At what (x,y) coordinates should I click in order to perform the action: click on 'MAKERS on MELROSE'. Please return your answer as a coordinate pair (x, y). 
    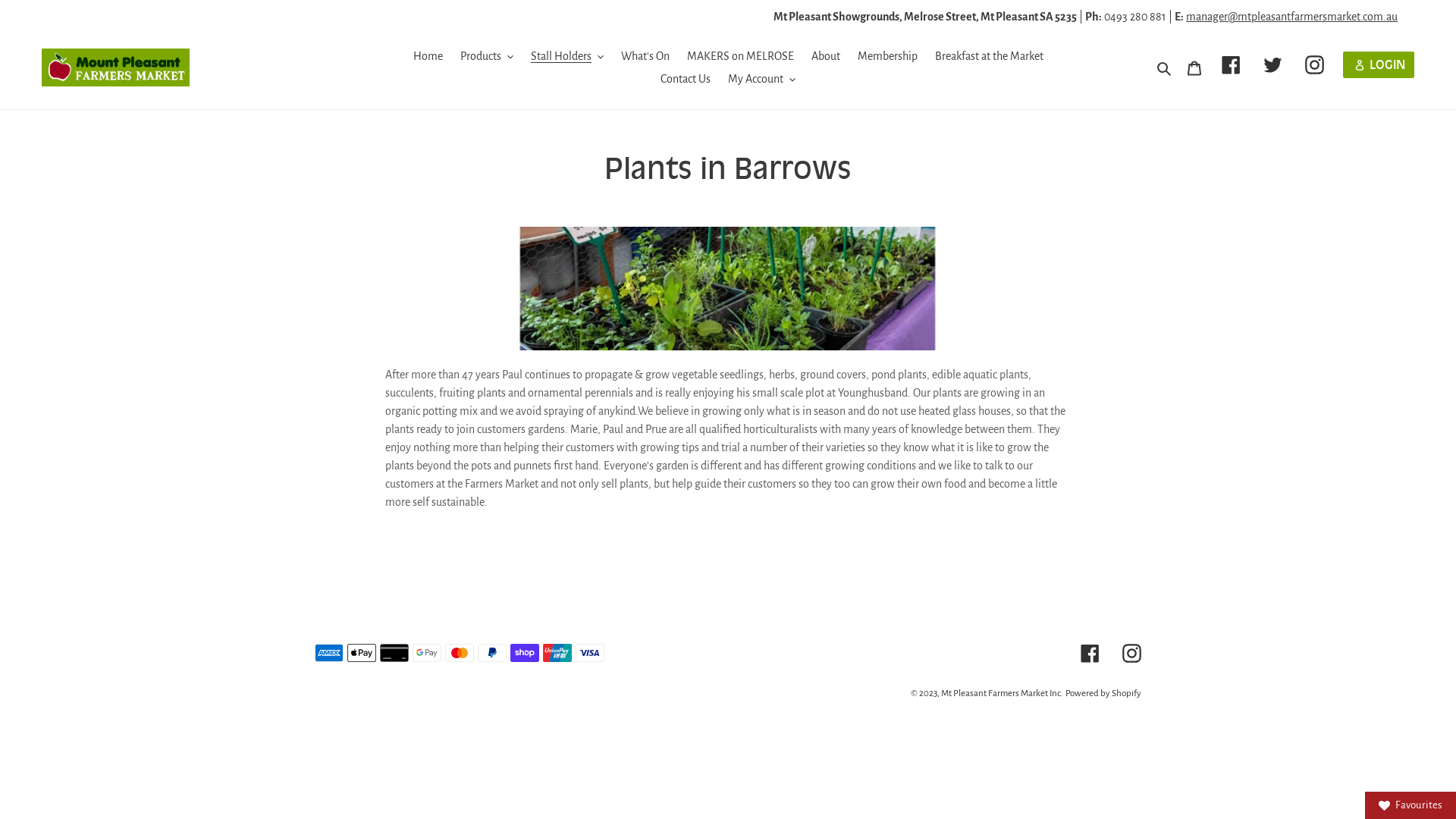
    Looking at the image, I should click on (740, 55).